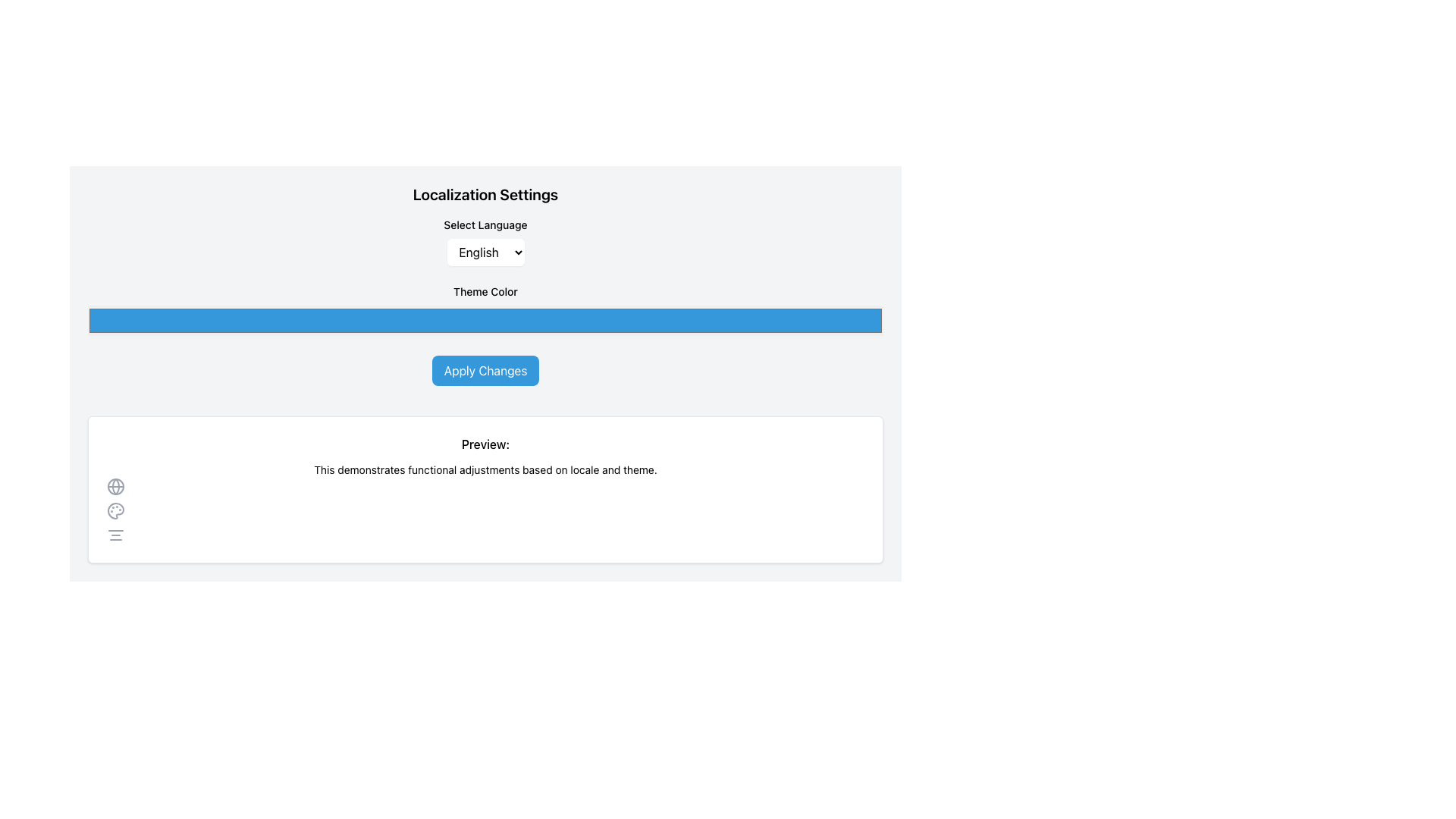 The image size is (1456, 819). Describe the element at coordinates (485, 444) in the screenshot. I see `the text label indicating the start of a preview section, which is positioned at the top of a white pane and centered above the descriptive text` at that location.